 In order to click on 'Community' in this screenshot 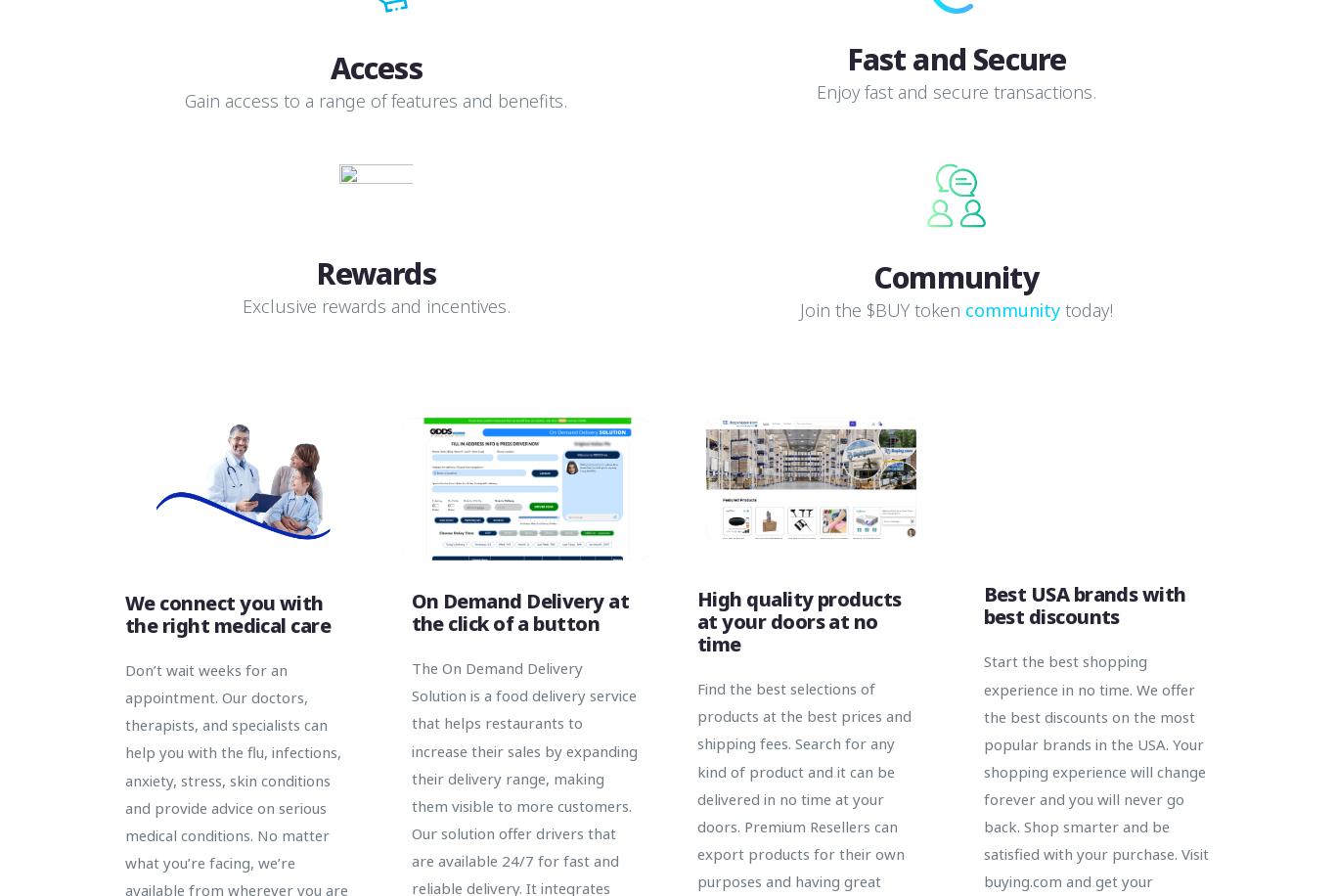, I will do `click(956, 277)`.